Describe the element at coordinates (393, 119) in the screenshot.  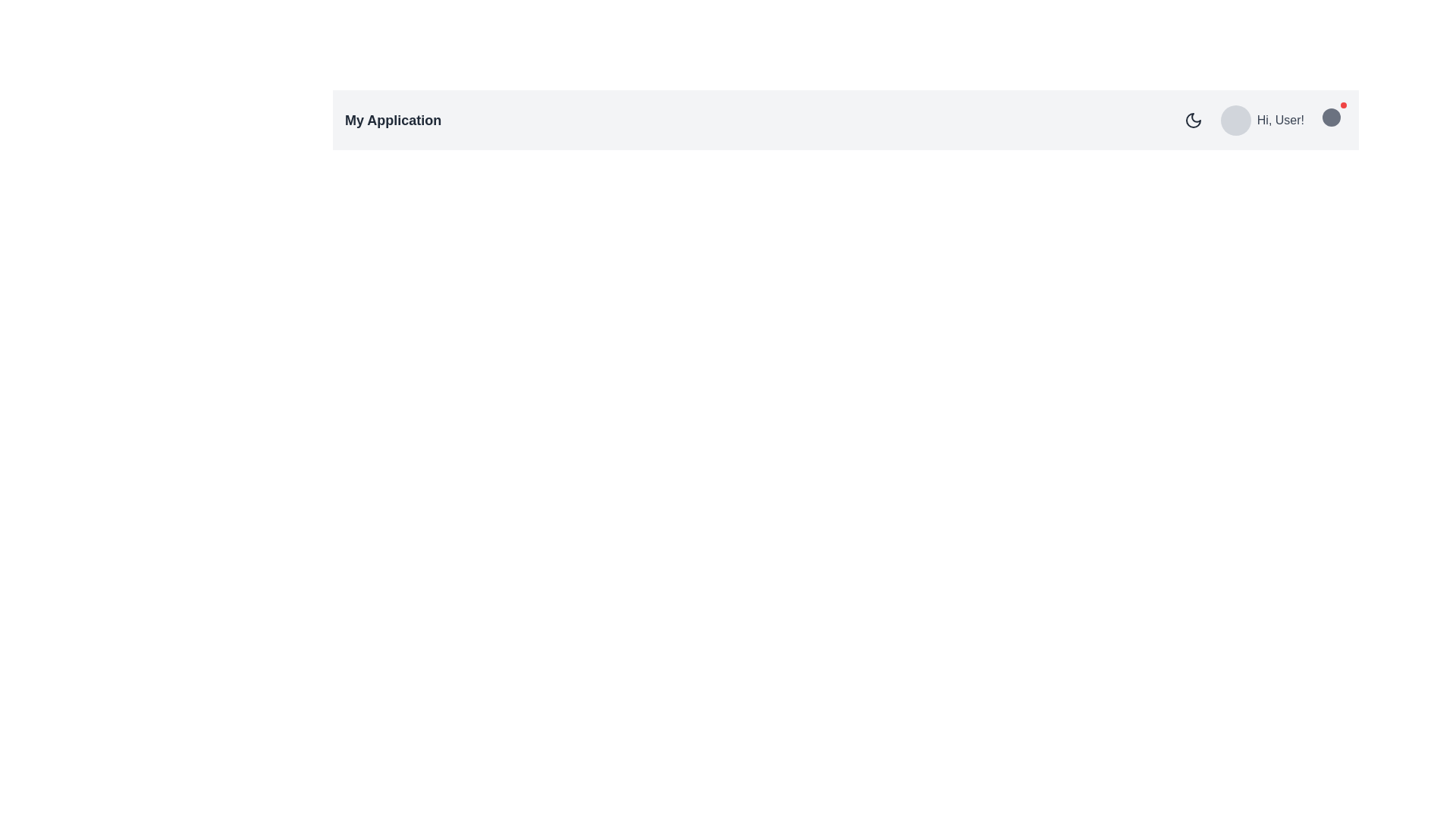
I see `the text element that serves as the title 'My Application' located in the upper-left corner of the header section` at that location.